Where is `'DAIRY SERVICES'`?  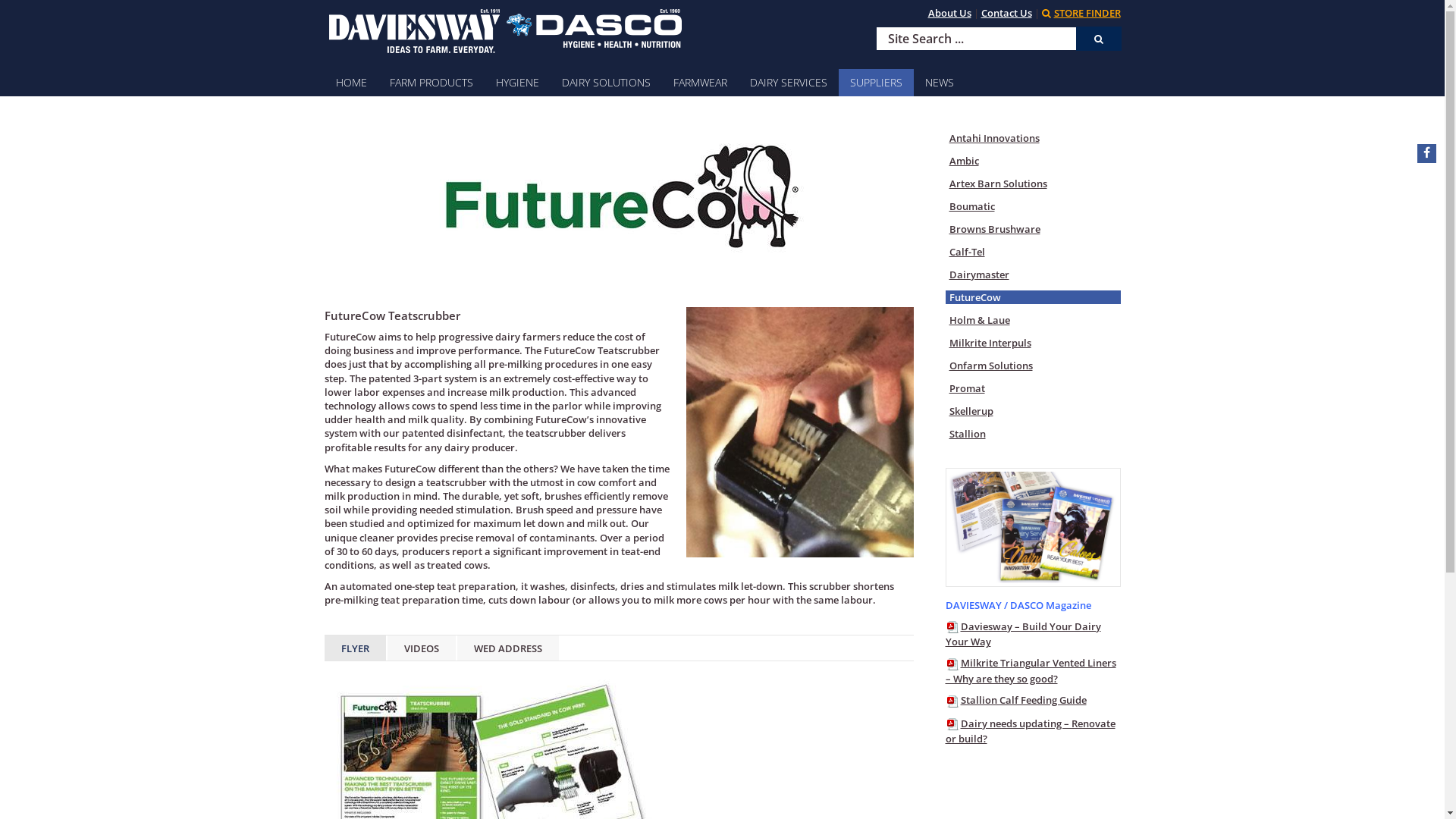 'DAIRY SERVICES' is located at coordinates (789, 82).